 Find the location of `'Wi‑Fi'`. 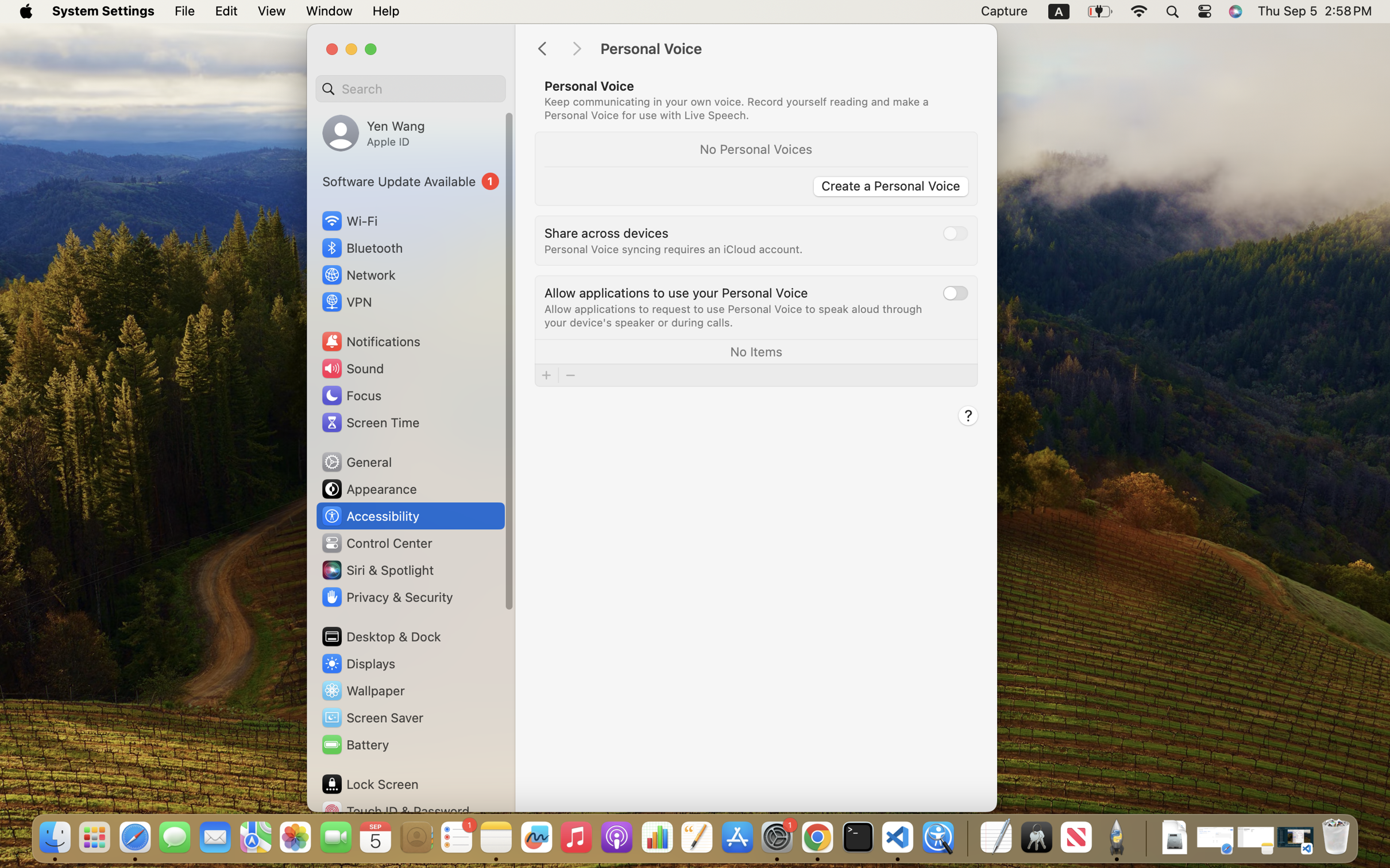

'Wi‑Fi' is located at coordinates (349, 220).